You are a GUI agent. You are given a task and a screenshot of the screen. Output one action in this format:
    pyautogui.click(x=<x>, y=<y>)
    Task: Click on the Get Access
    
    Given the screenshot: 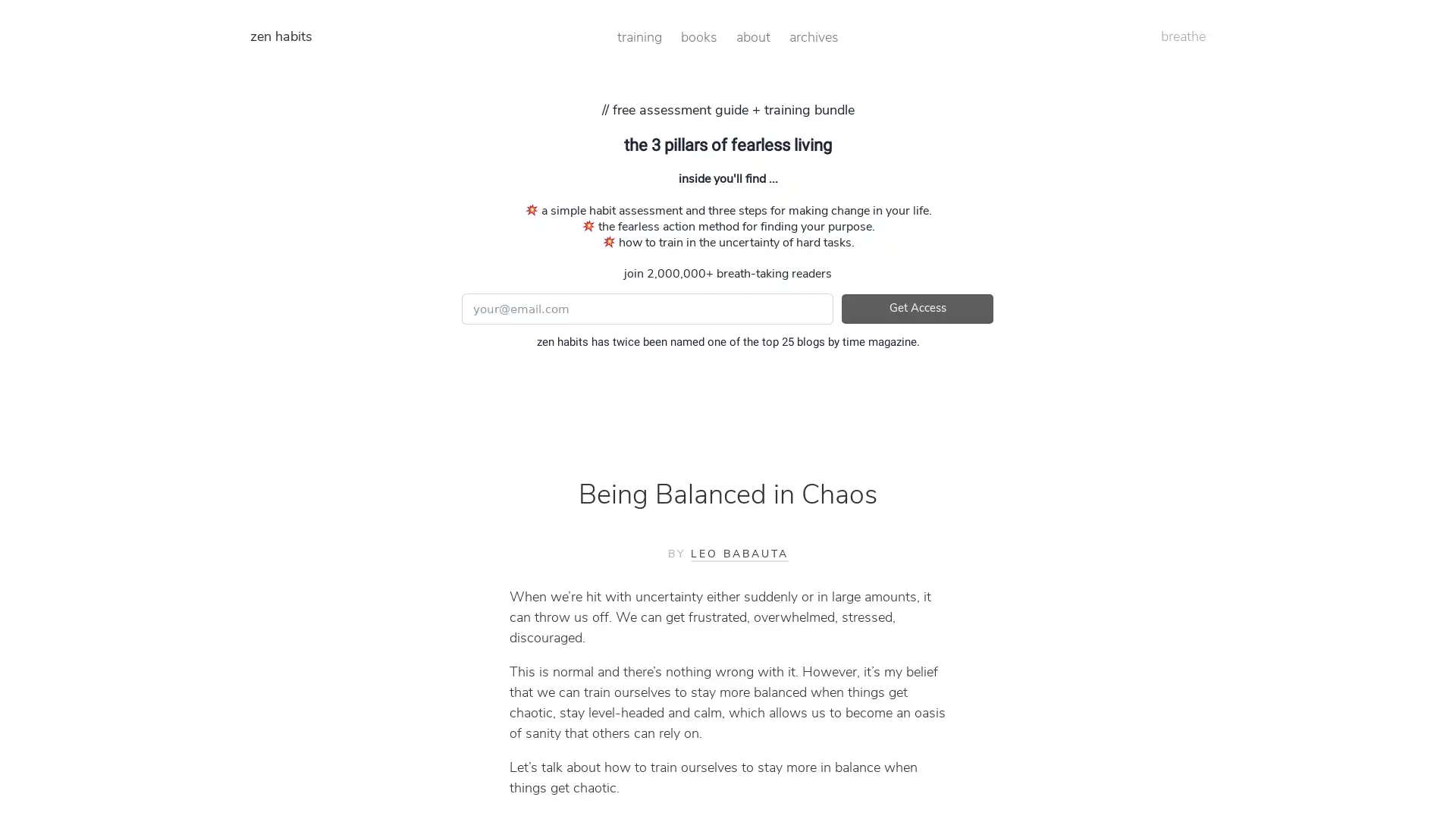 What is the action you would take?
    pyautogui.click(x=916, y=308)
    